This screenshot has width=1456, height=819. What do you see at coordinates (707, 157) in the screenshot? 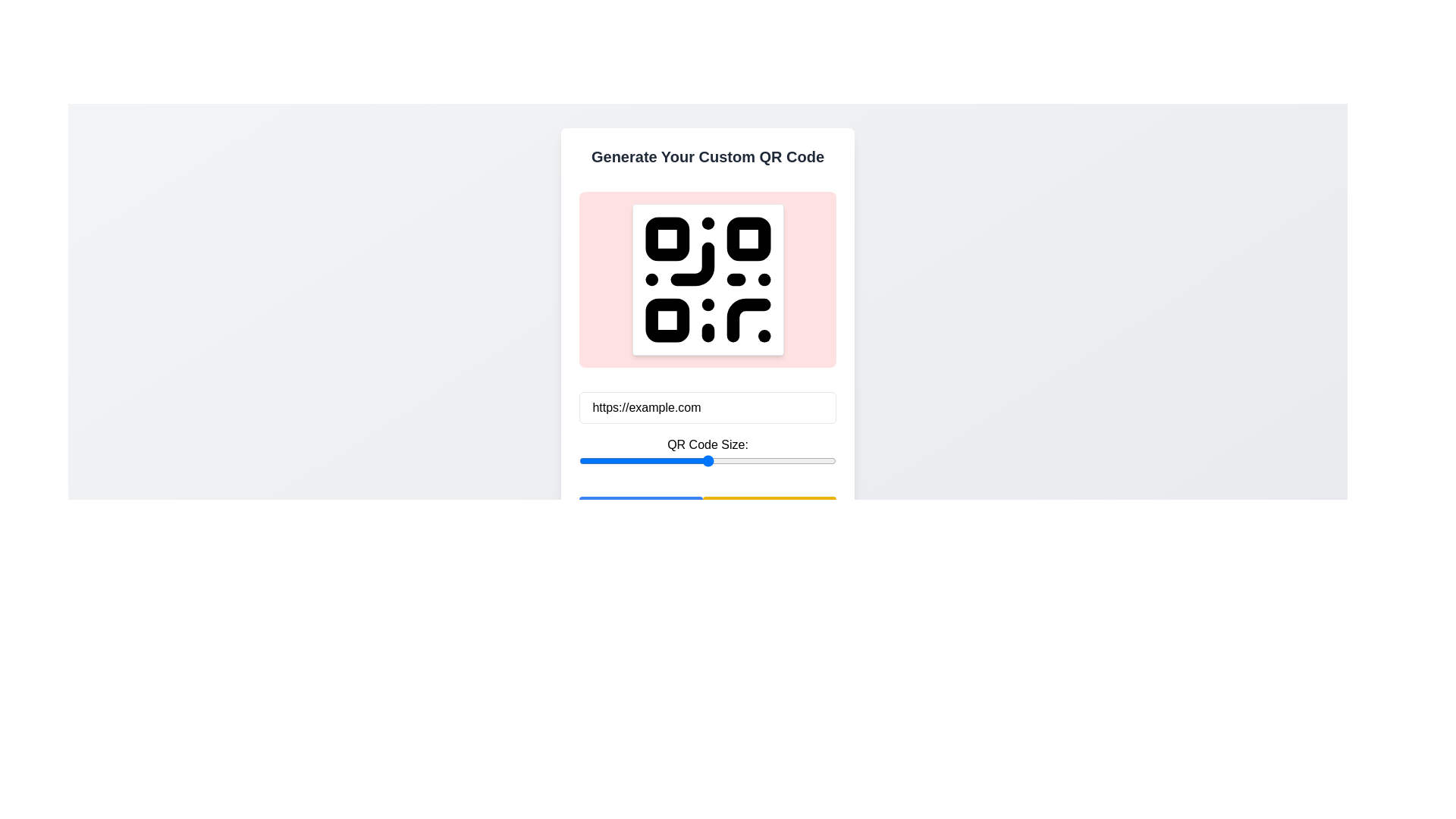
I see `text content of the element displaying 'Generate Your Custom QR Code', which is a bold, center-aligned text located at the top of its containing card` at bounding box center [707, 157].